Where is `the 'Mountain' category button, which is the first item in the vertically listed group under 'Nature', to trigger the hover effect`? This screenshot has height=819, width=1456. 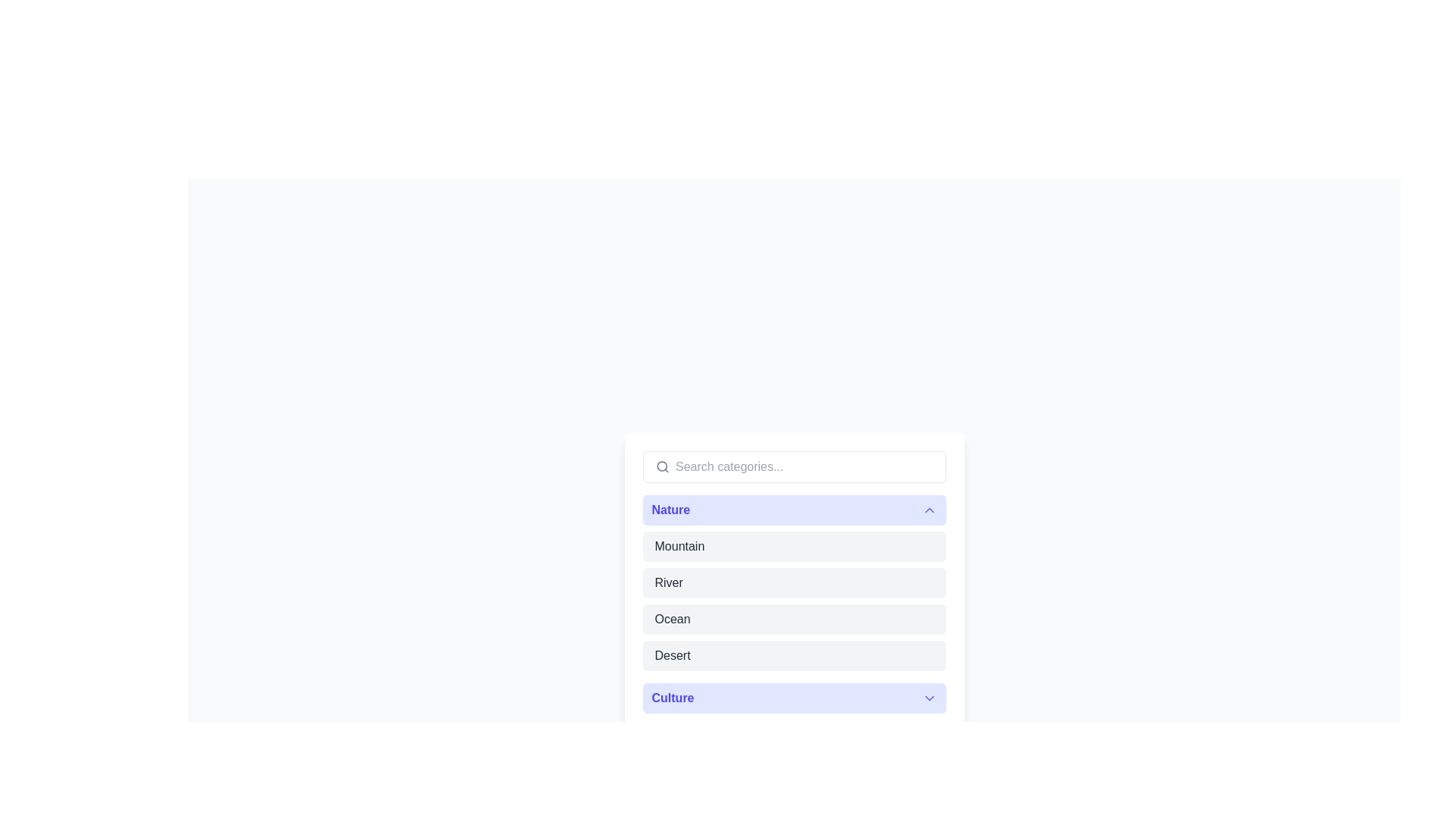
the 'Mountain' category button, which is the first item in the vertically listed group under 'Nature', to trigger the hover effect is located at coordinates (793, 547).